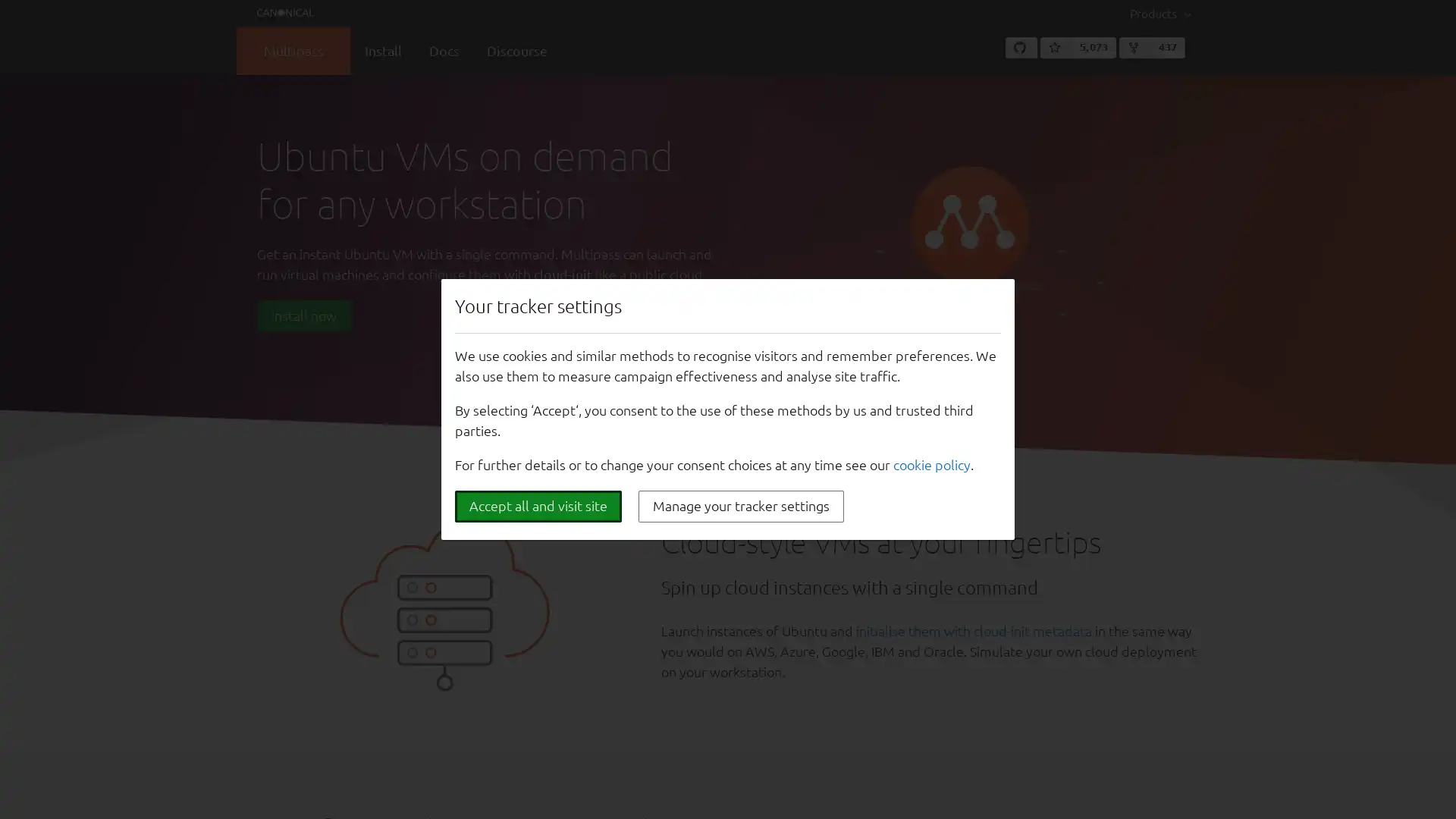 The image size is (1456, 819). I want to click on Manage your tracker settings, so click(741, 506).